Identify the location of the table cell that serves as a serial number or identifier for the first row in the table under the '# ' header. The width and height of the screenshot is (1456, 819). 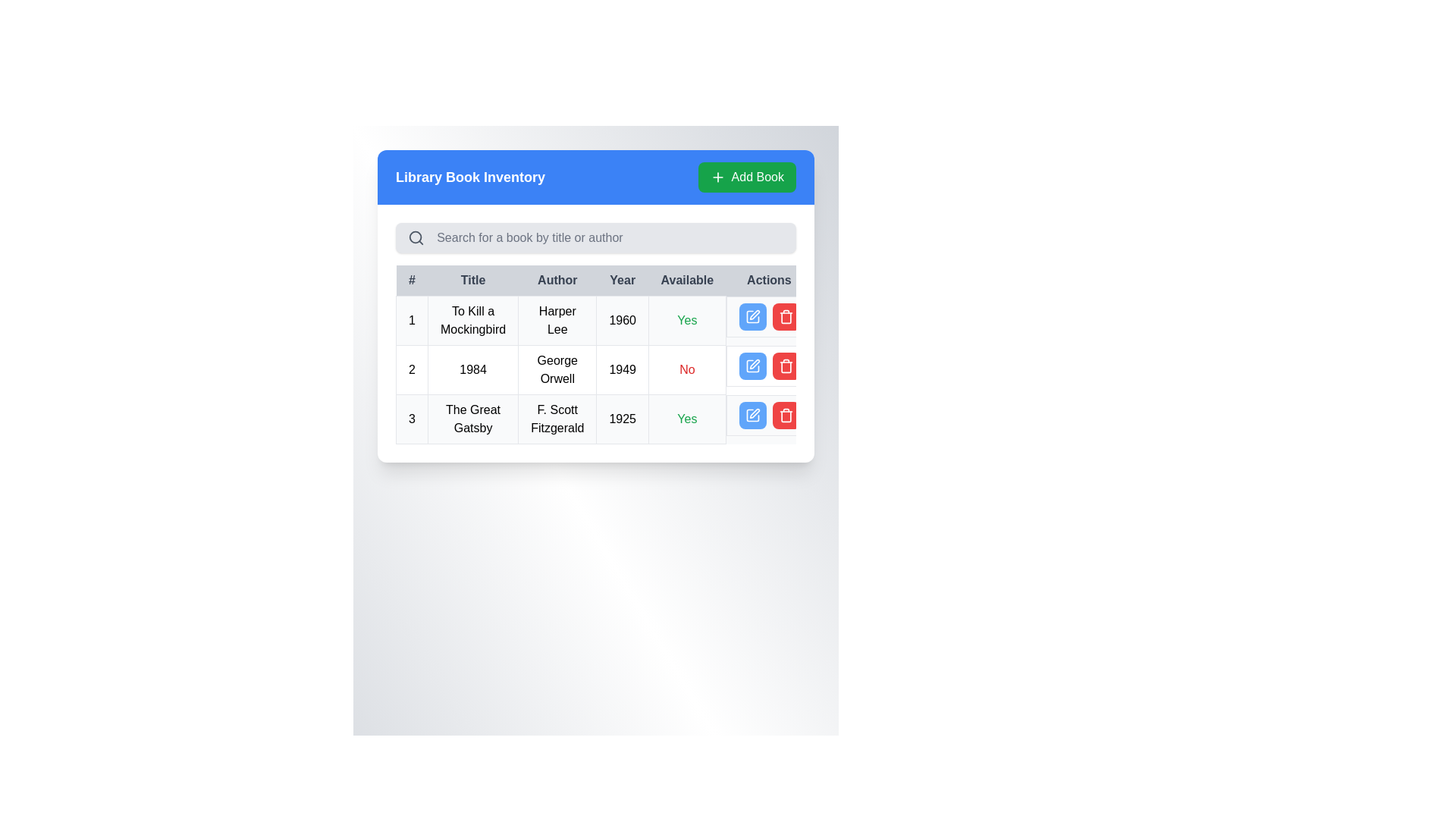
(412, 320).